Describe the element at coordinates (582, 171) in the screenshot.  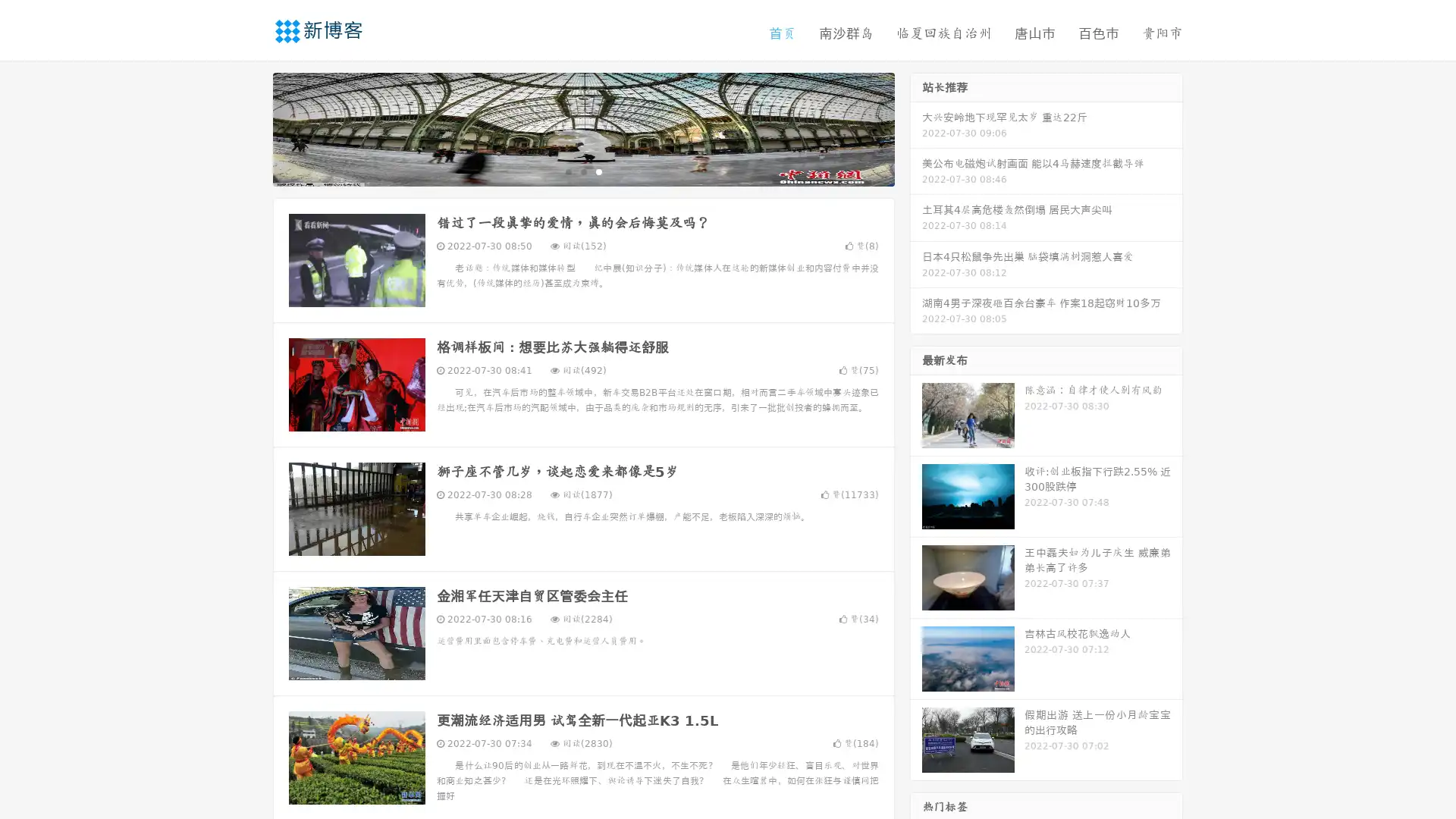
I see `Go to slide 2` at that location.